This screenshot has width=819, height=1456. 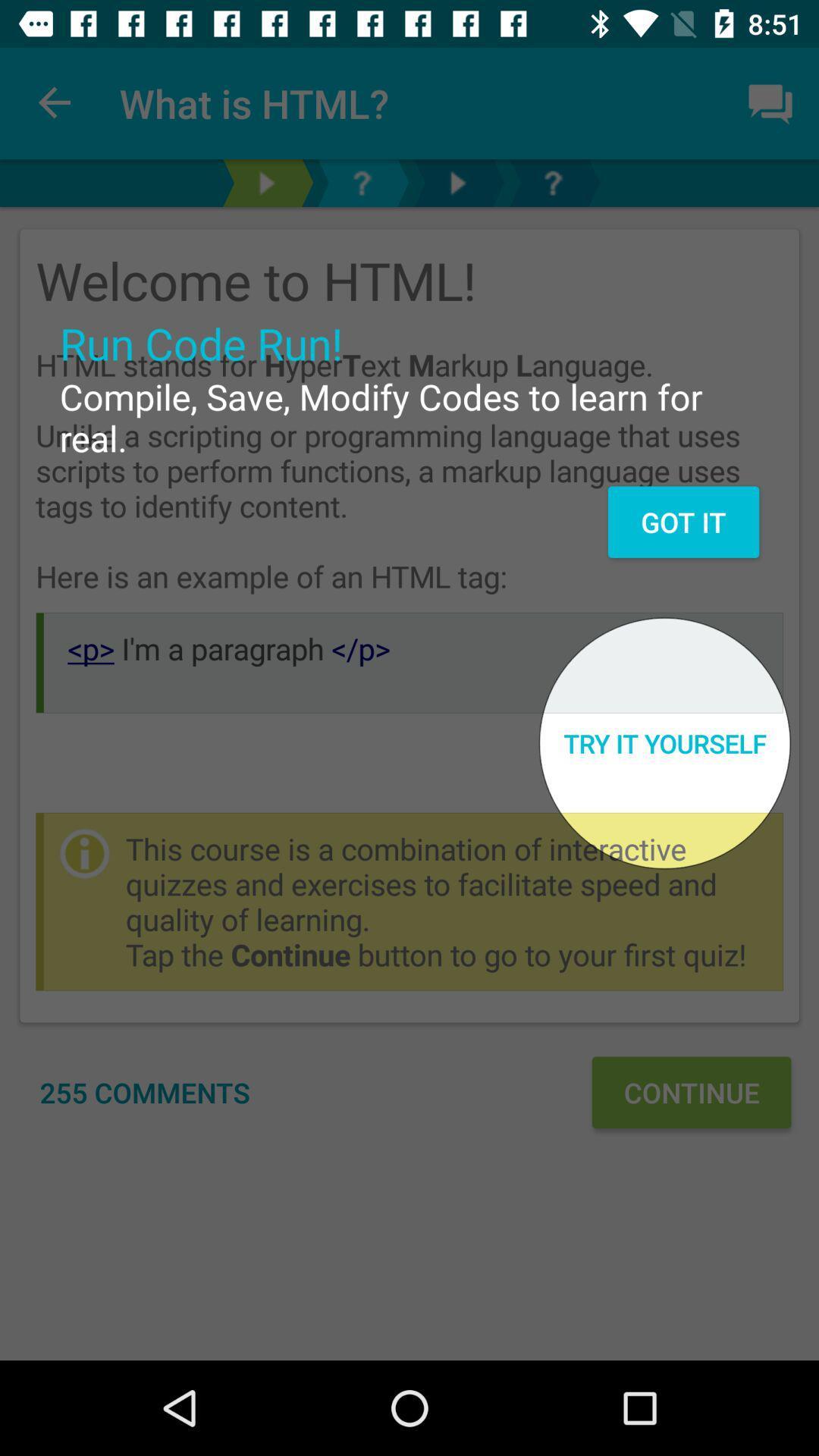 What do you see at coordinates (362, 182) in the screenshot?
I see `question` at bounding box center [362, 182].